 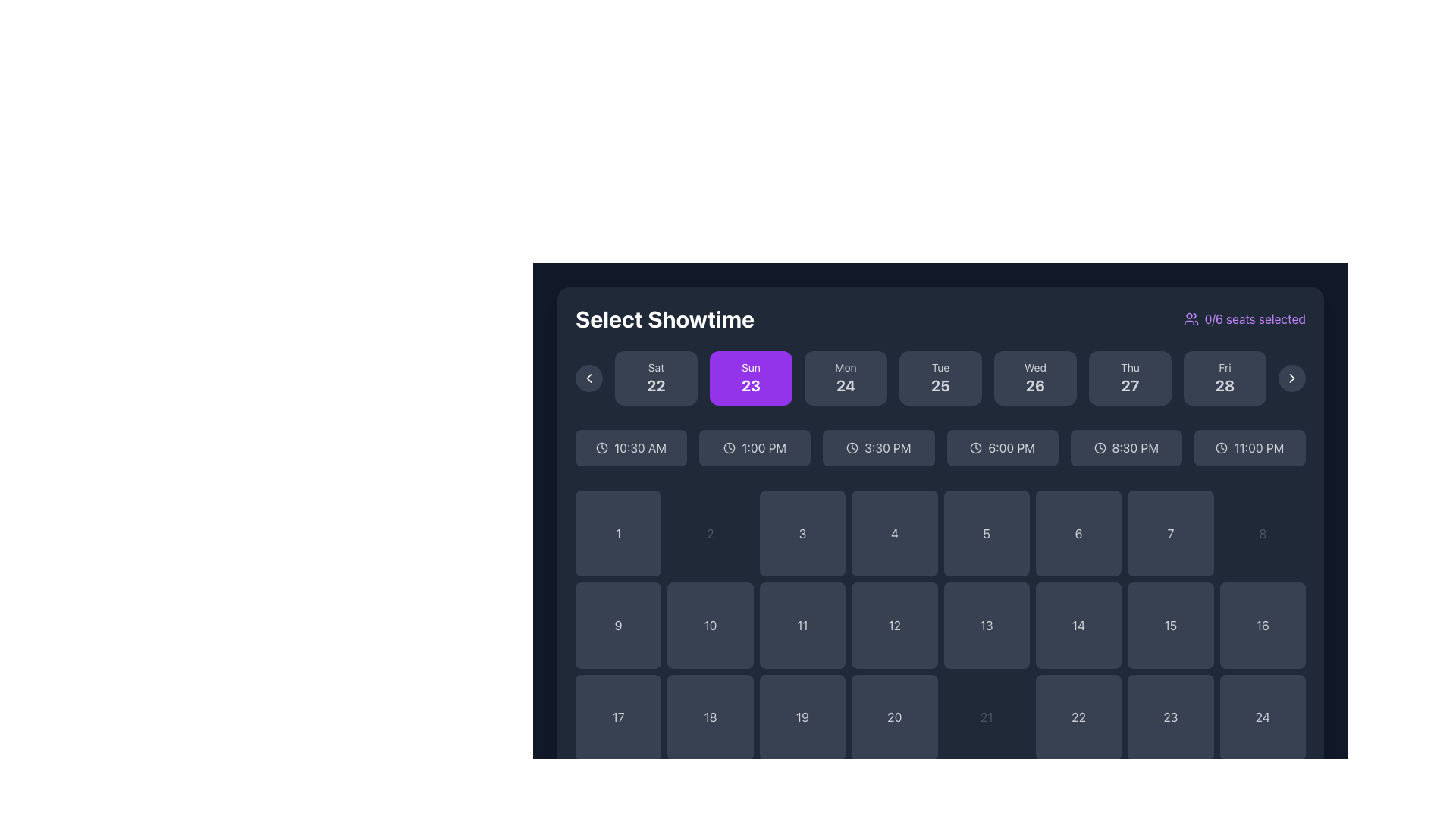 I want to click on the SVG graphic circle located in the middle of the third row of buttons under the date selection row, which is associated with the time slot '6:00 PM', so click(x=976, y=447).